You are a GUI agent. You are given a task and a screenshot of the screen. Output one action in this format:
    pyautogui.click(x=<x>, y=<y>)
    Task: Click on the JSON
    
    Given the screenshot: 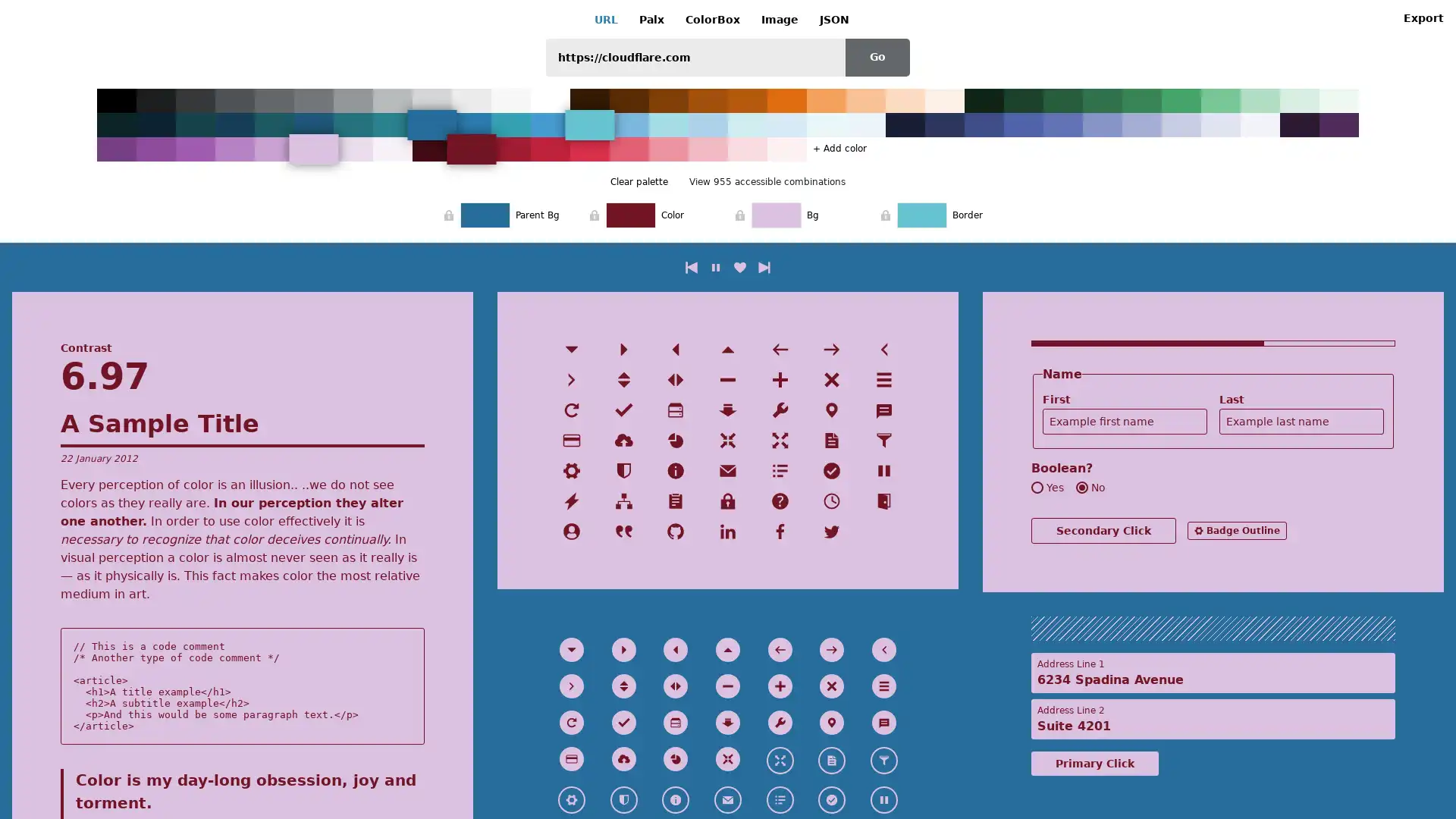 What is the action you would take?
    pyautogui.click(x=833, y=20)
    